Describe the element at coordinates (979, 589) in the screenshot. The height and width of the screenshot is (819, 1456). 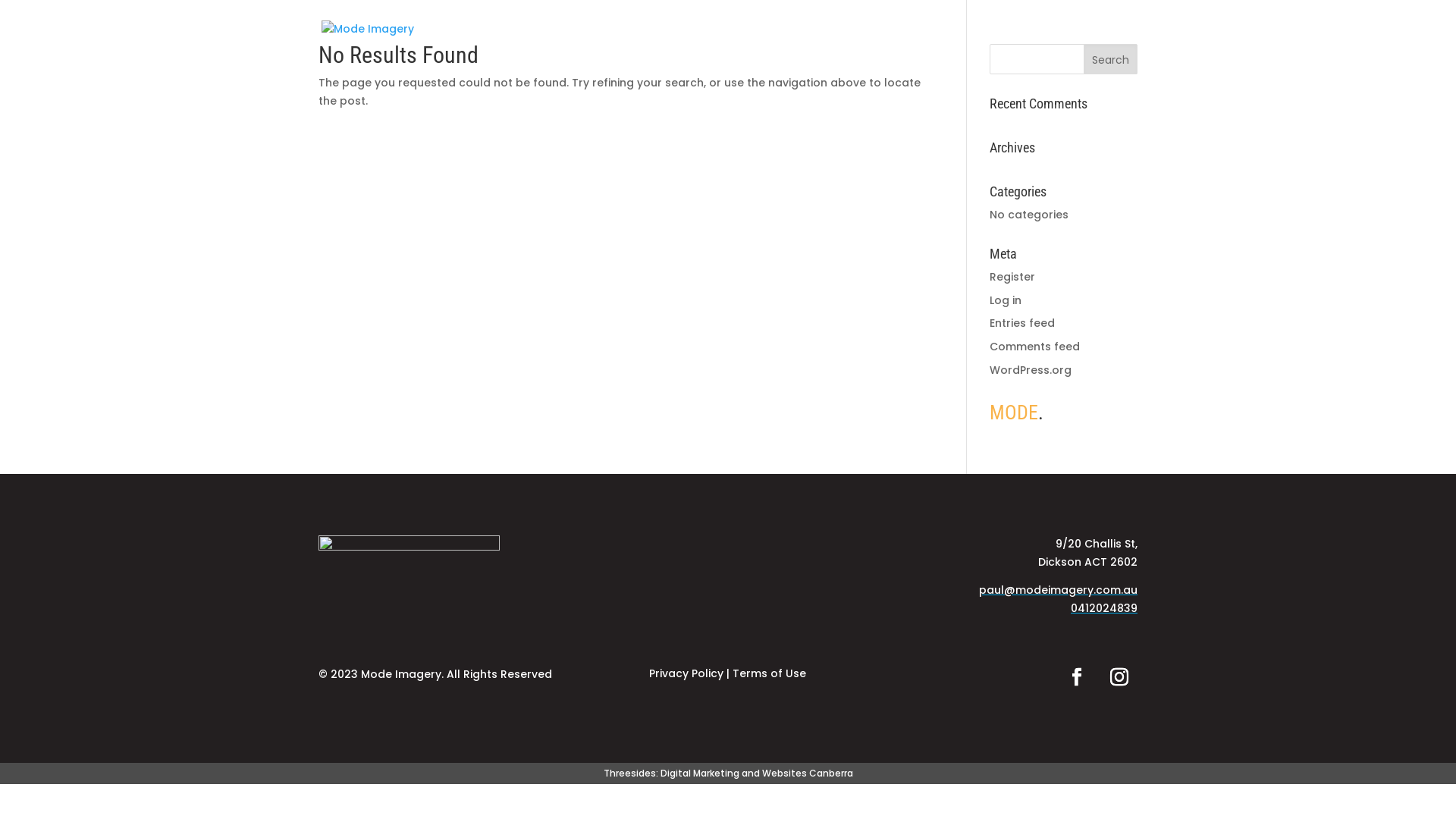
I see `'paul@modeimagery.com.au'` at that location.